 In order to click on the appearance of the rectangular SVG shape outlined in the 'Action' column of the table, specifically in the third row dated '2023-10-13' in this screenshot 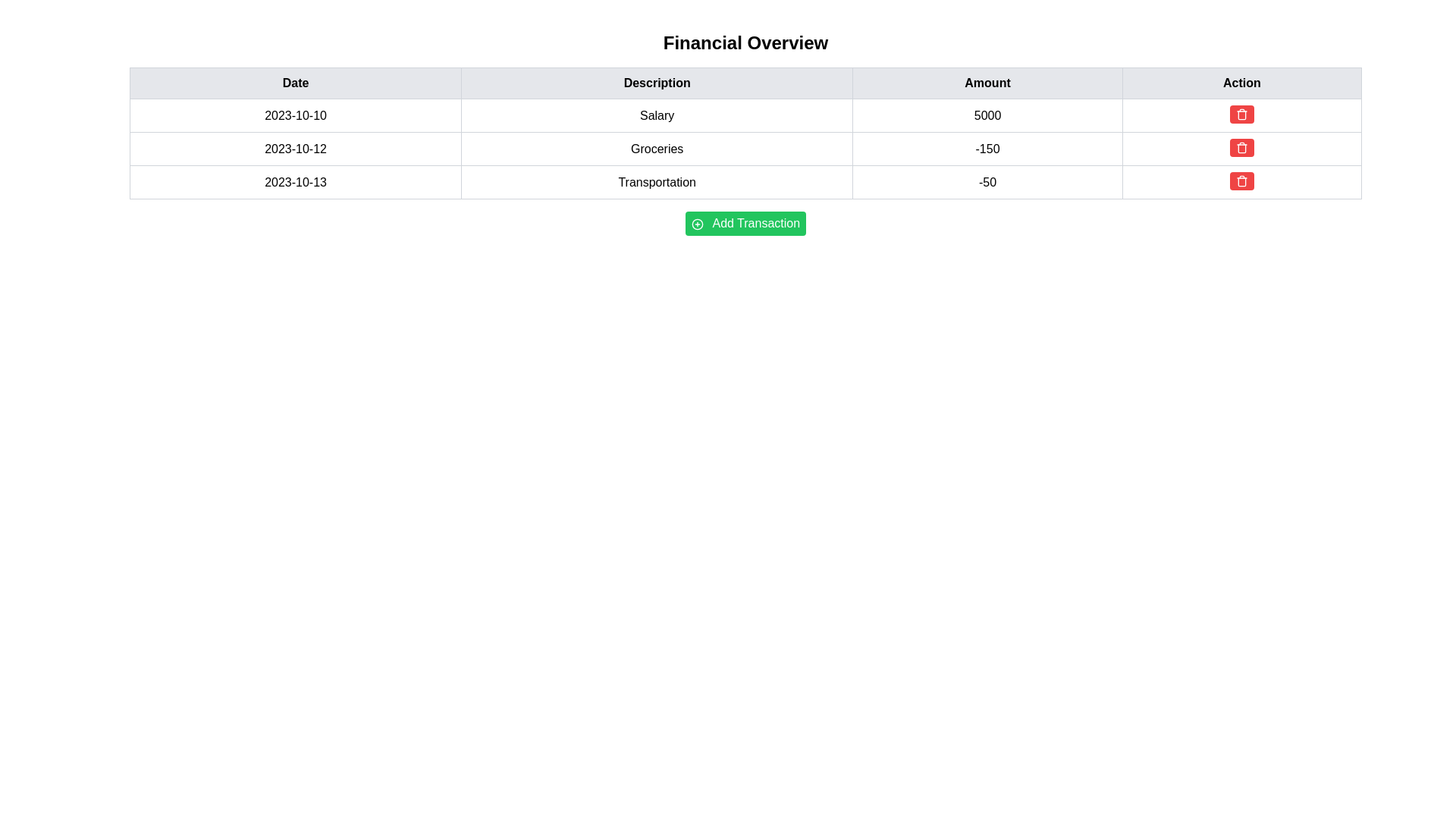, I will do `click(1241, 149)`.